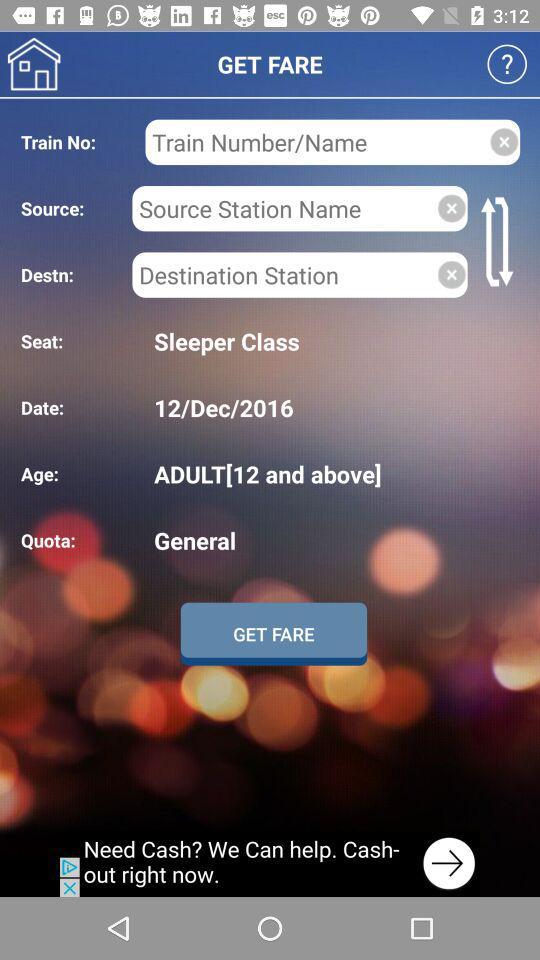 The width and height of the screenshot is (540, 960). I want to click on click help option, so click(507, 64).